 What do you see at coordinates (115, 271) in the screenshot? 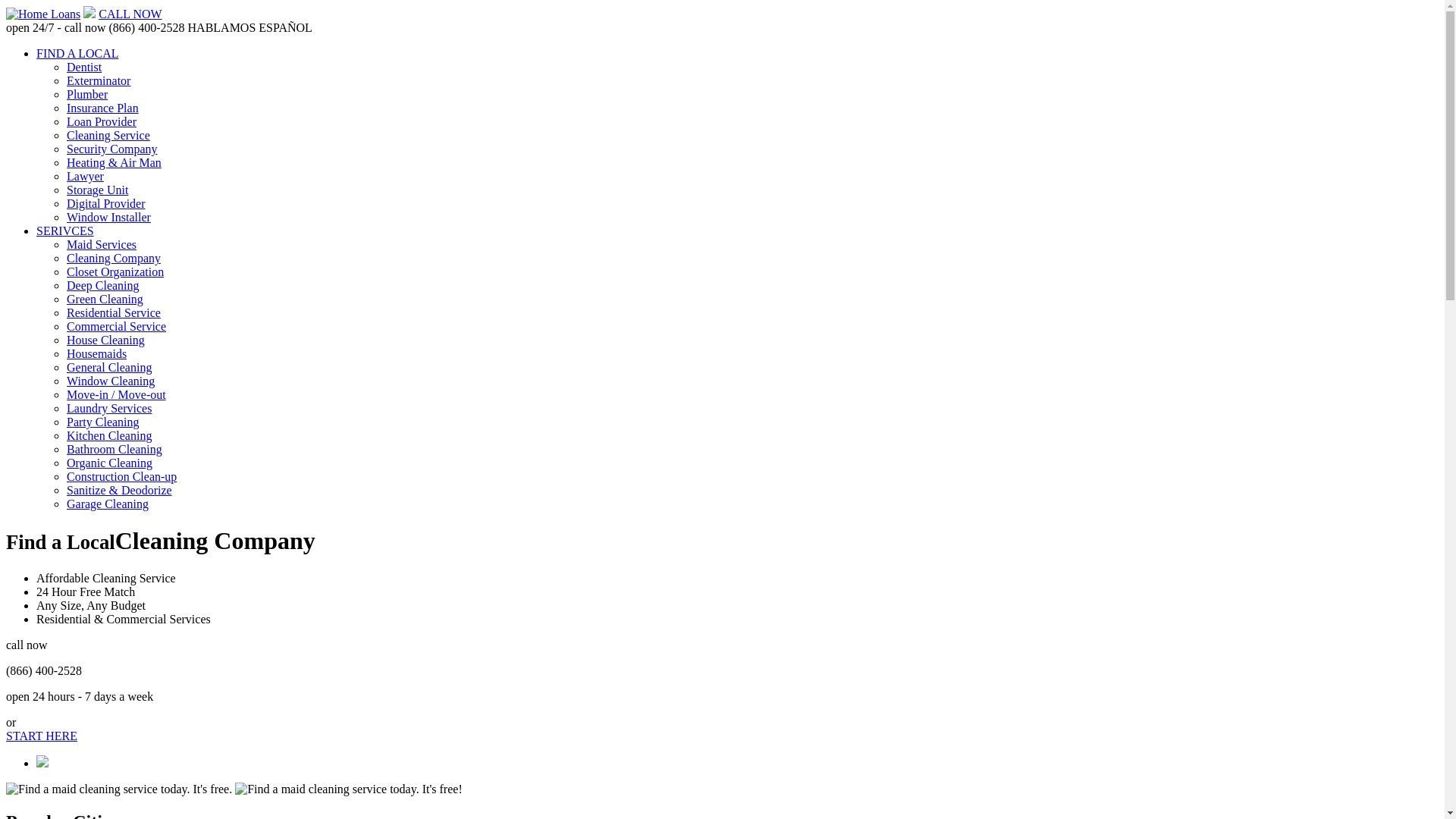
I see `'Closet Organization'` at bounding box center [115, 271].